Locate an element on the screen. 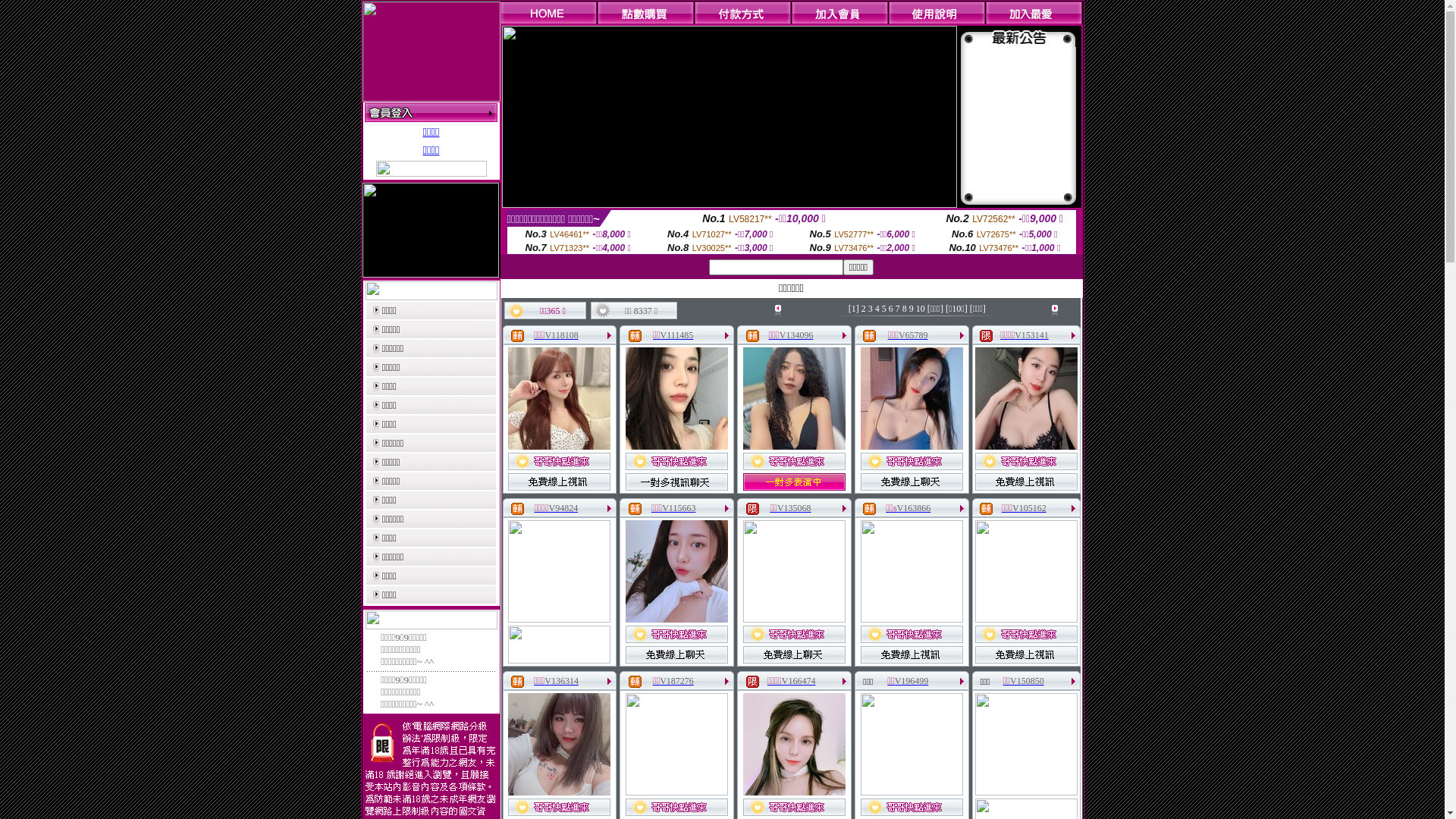 The width and height of the screenshot is (1456, 819). 'V105162' is located at coordinates (1029, 508).